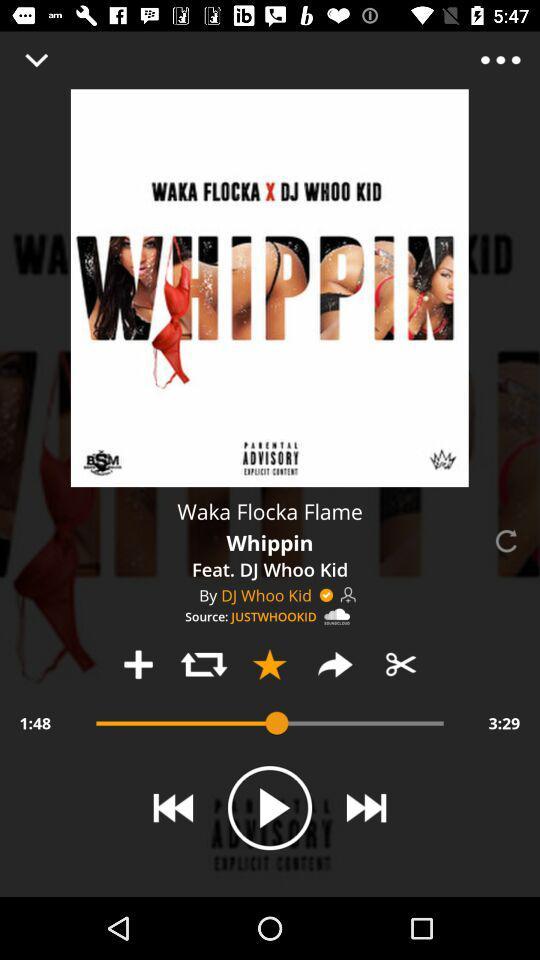  Describe the element at coordinates (347, 595) in the screenshot. I see `the avatar icon` at that location.